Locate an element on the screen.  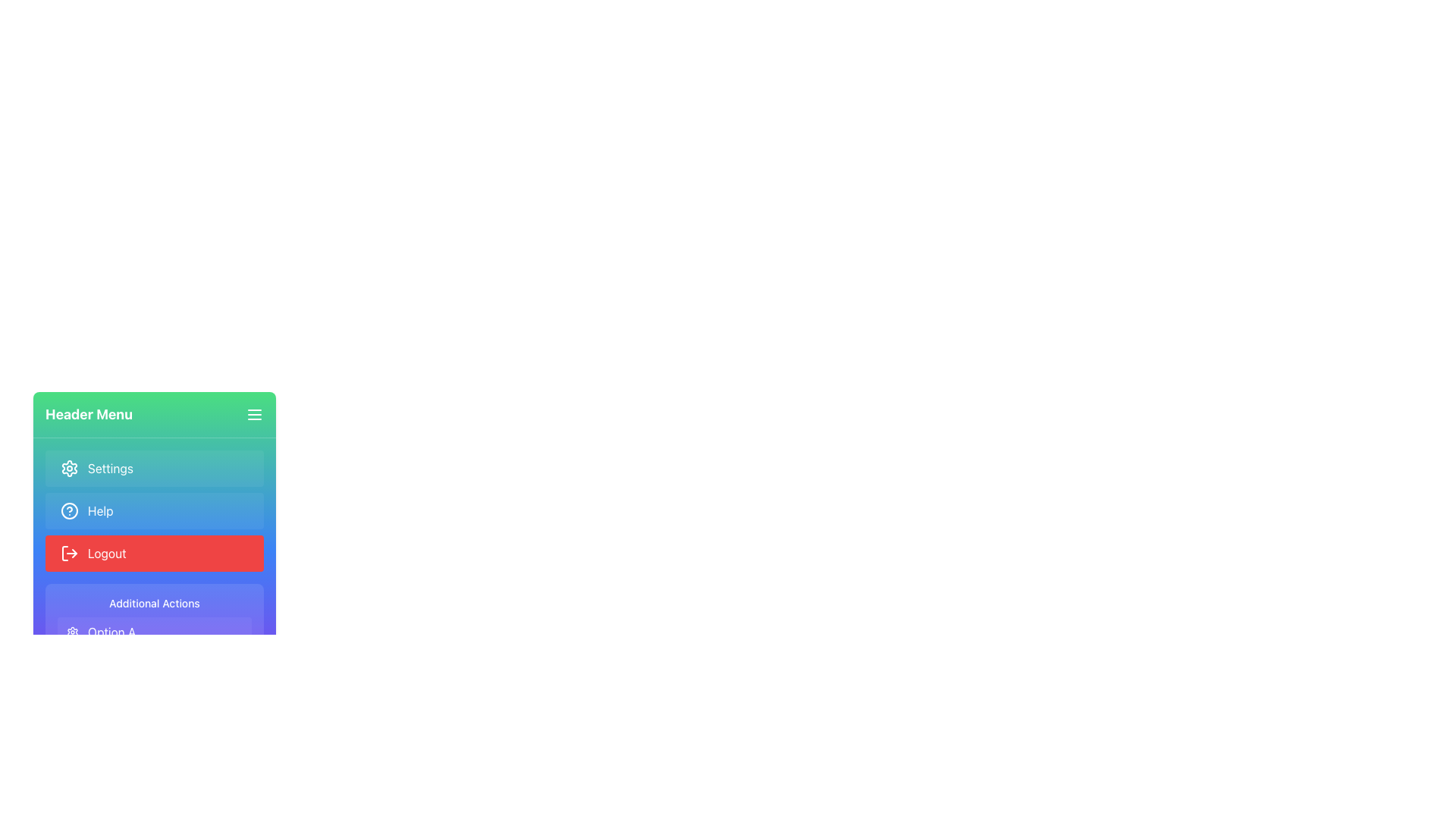
the 'Logout' button, which is the third item in the column of interactive buttons in the menu section, to initiate logout from the application is located at coordinates (154, 553).